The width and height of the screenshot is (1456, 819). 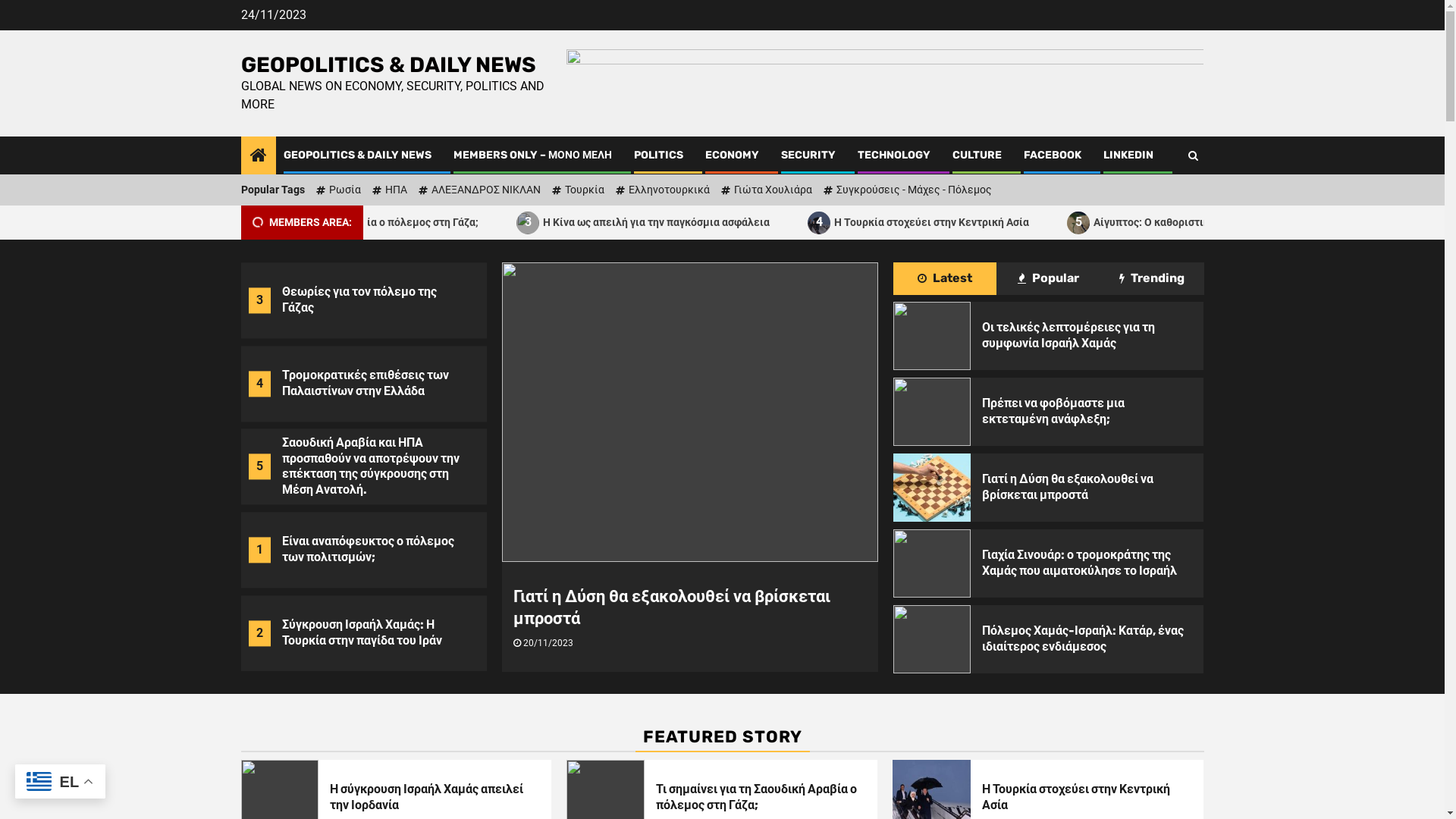 I want to click on 'CULTURE', so click(x=977, y=155).